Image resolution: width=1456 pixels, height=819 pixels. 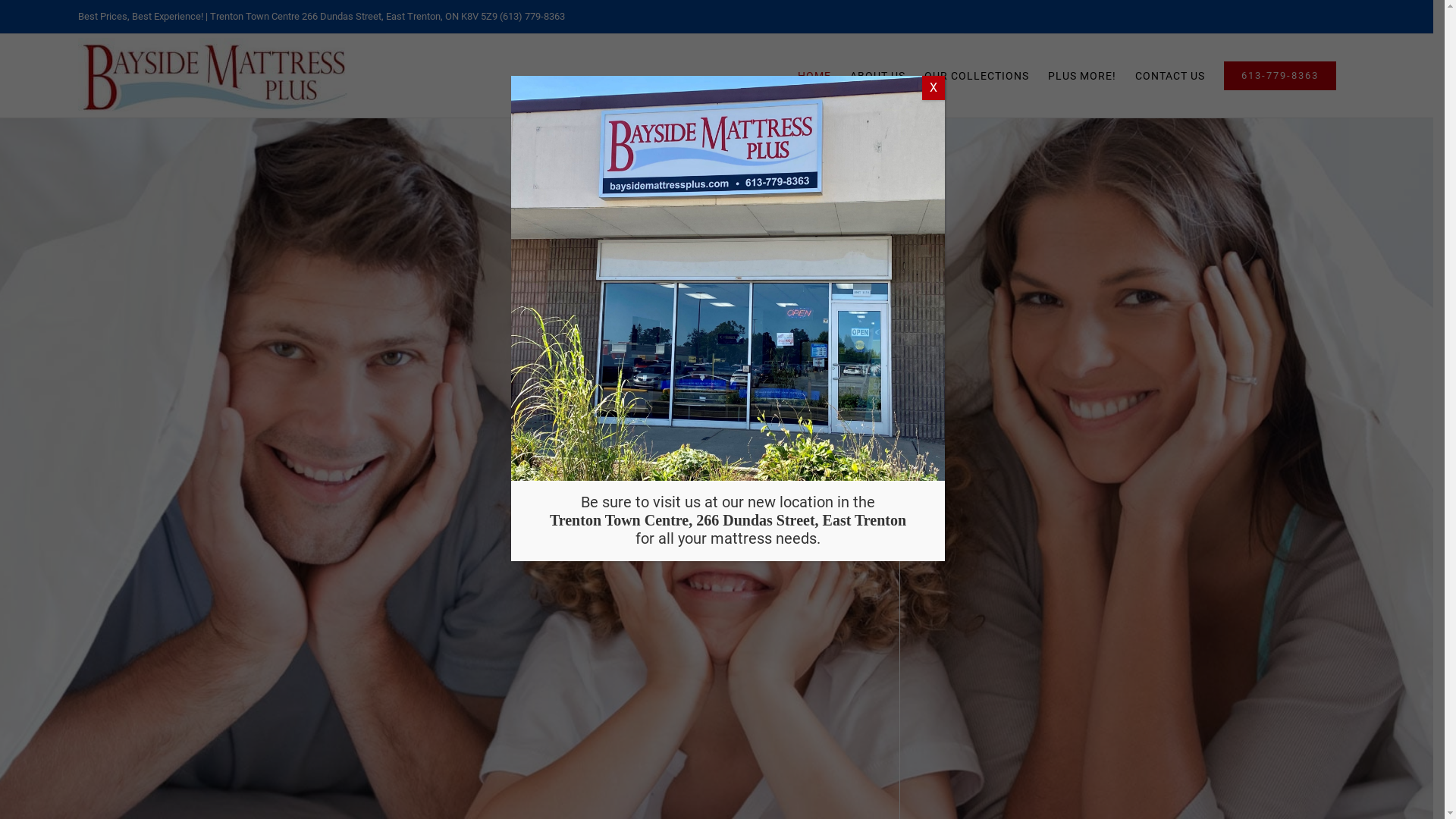 I want to click on 'ABOUT US', so click(x=877, y=76).